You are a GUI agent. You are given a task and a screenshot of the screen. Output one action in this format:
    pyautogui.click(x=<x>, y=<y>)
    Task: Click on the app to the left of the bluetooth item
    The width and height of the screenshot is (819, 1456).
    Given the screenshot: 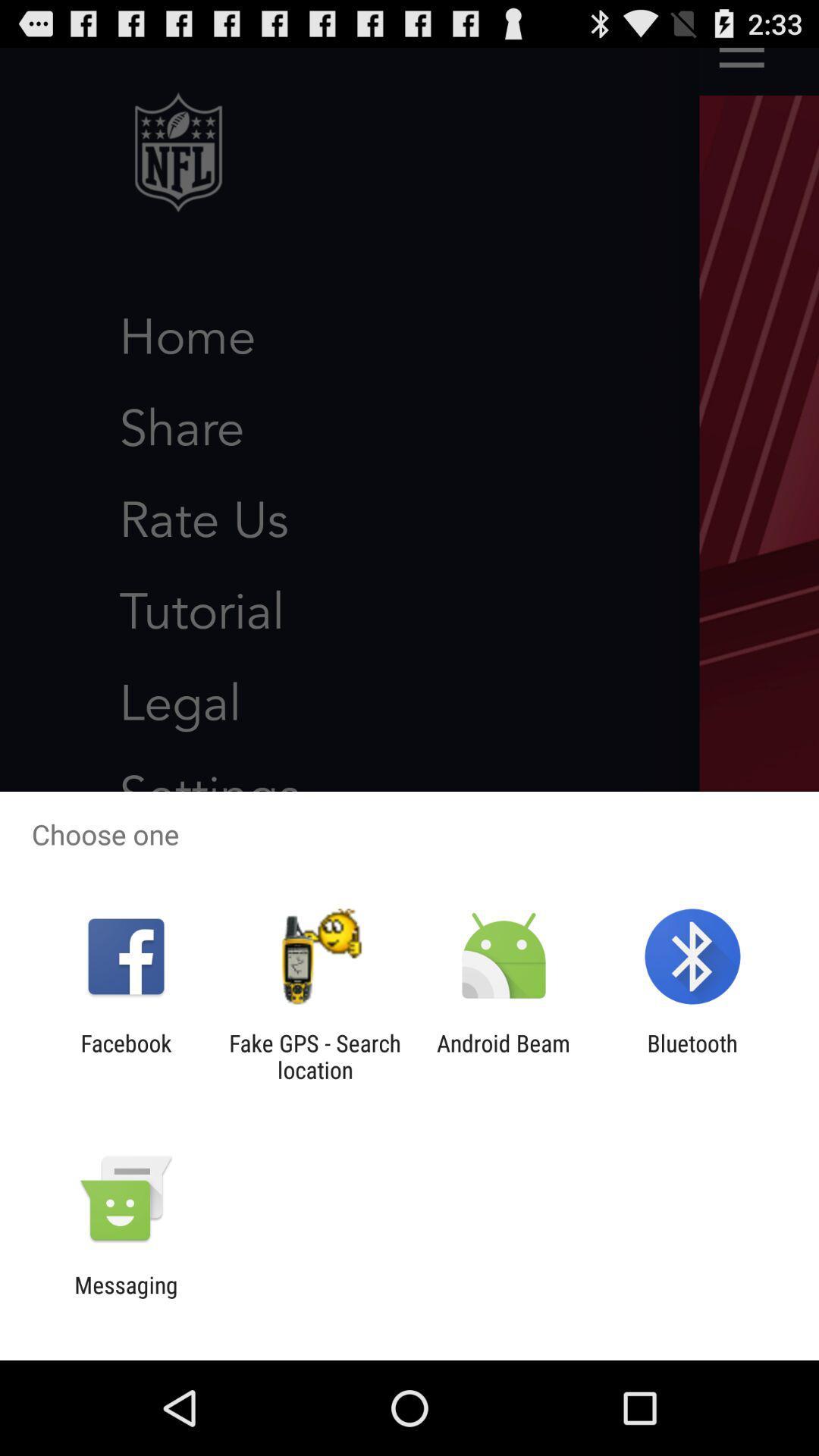 What is the action you would take?
    pyautogui.click(x=504, y=1056)
    